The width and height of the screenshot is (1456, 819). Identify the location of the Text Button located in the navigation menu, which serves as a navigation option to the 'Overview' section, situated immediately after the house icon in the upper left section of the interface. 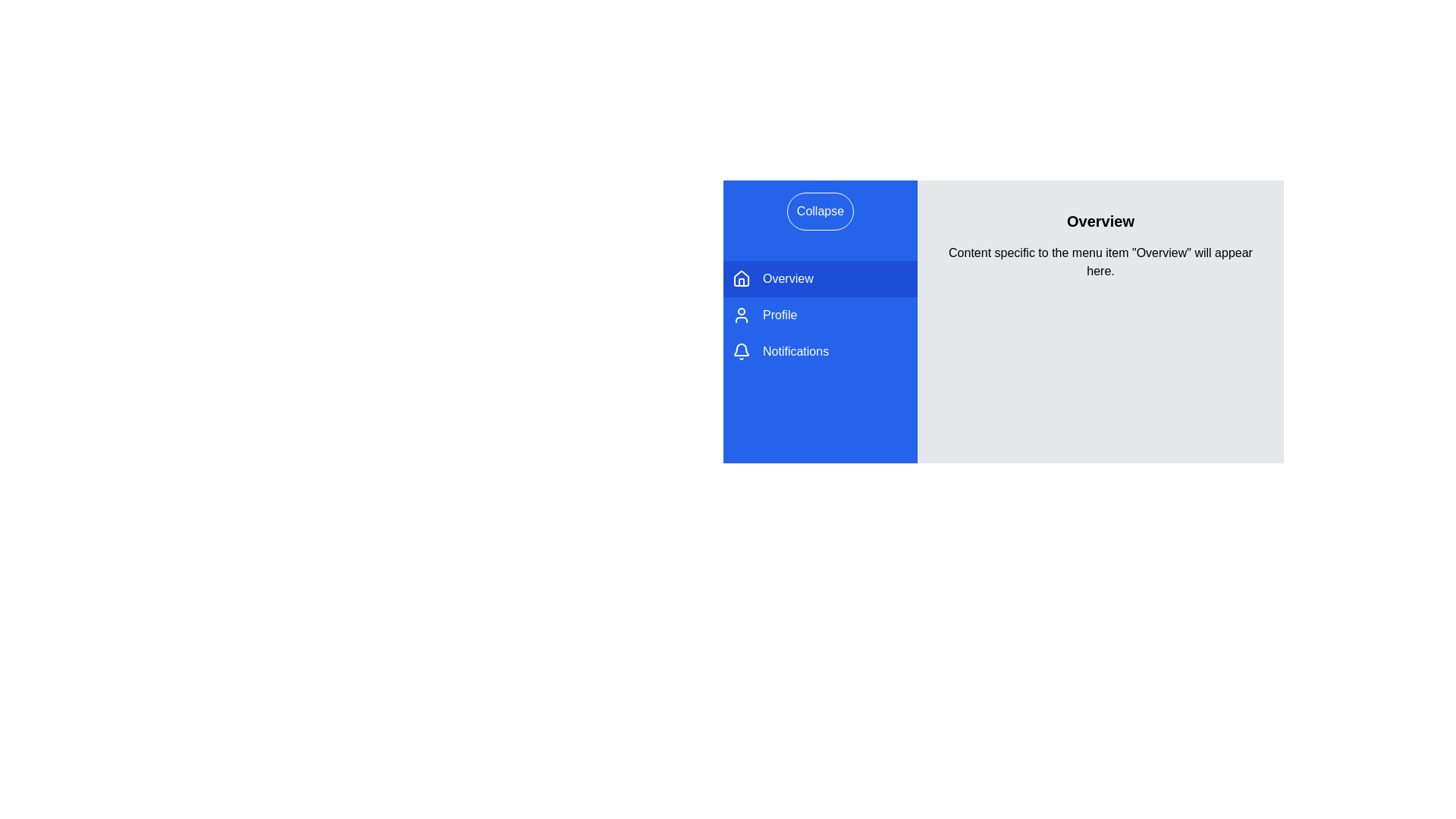
(788, 278).